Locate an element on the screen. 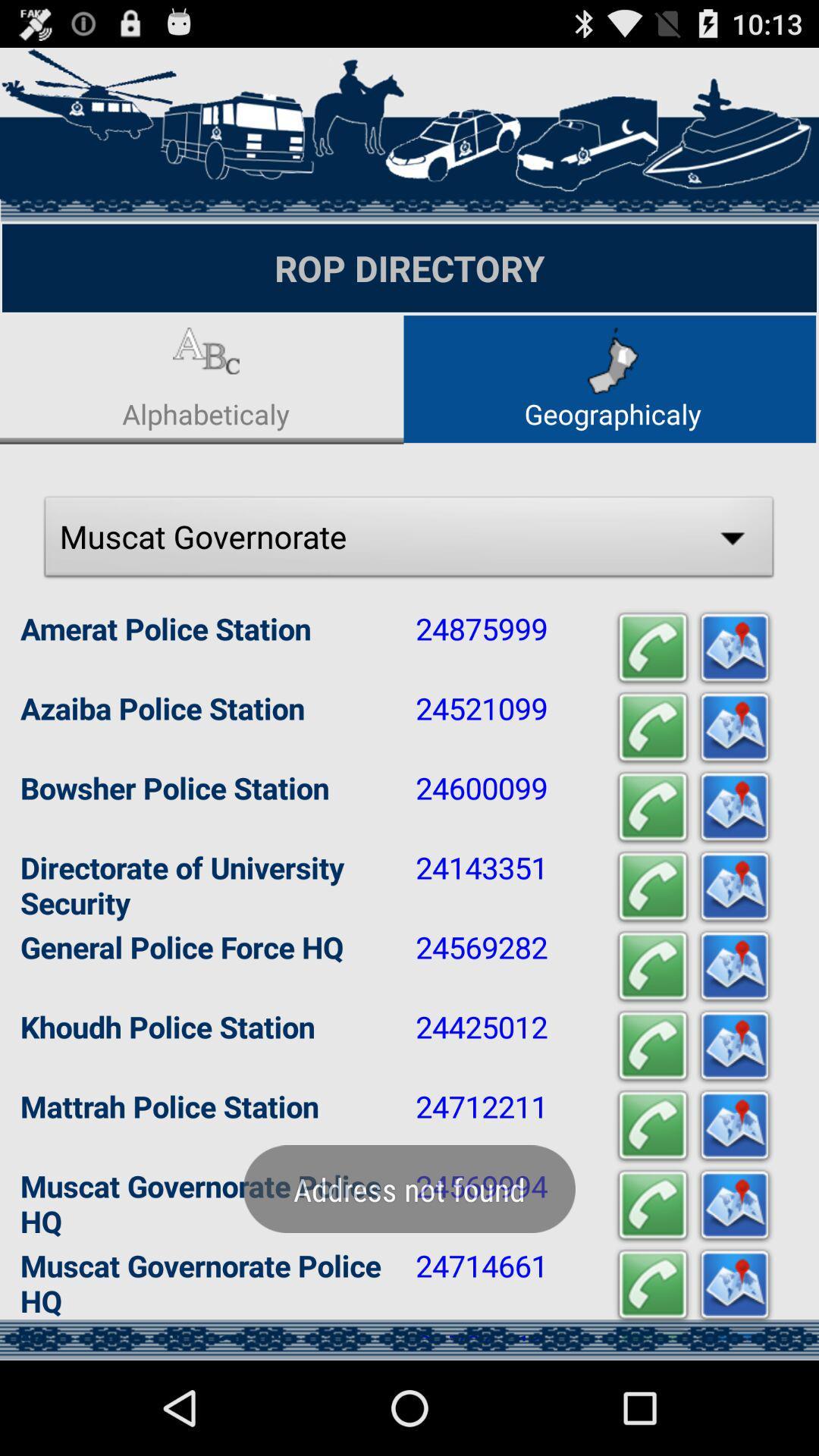 The height and width of the screenshot is (1456, 819). the call icon is located at coordinates (651, 779).